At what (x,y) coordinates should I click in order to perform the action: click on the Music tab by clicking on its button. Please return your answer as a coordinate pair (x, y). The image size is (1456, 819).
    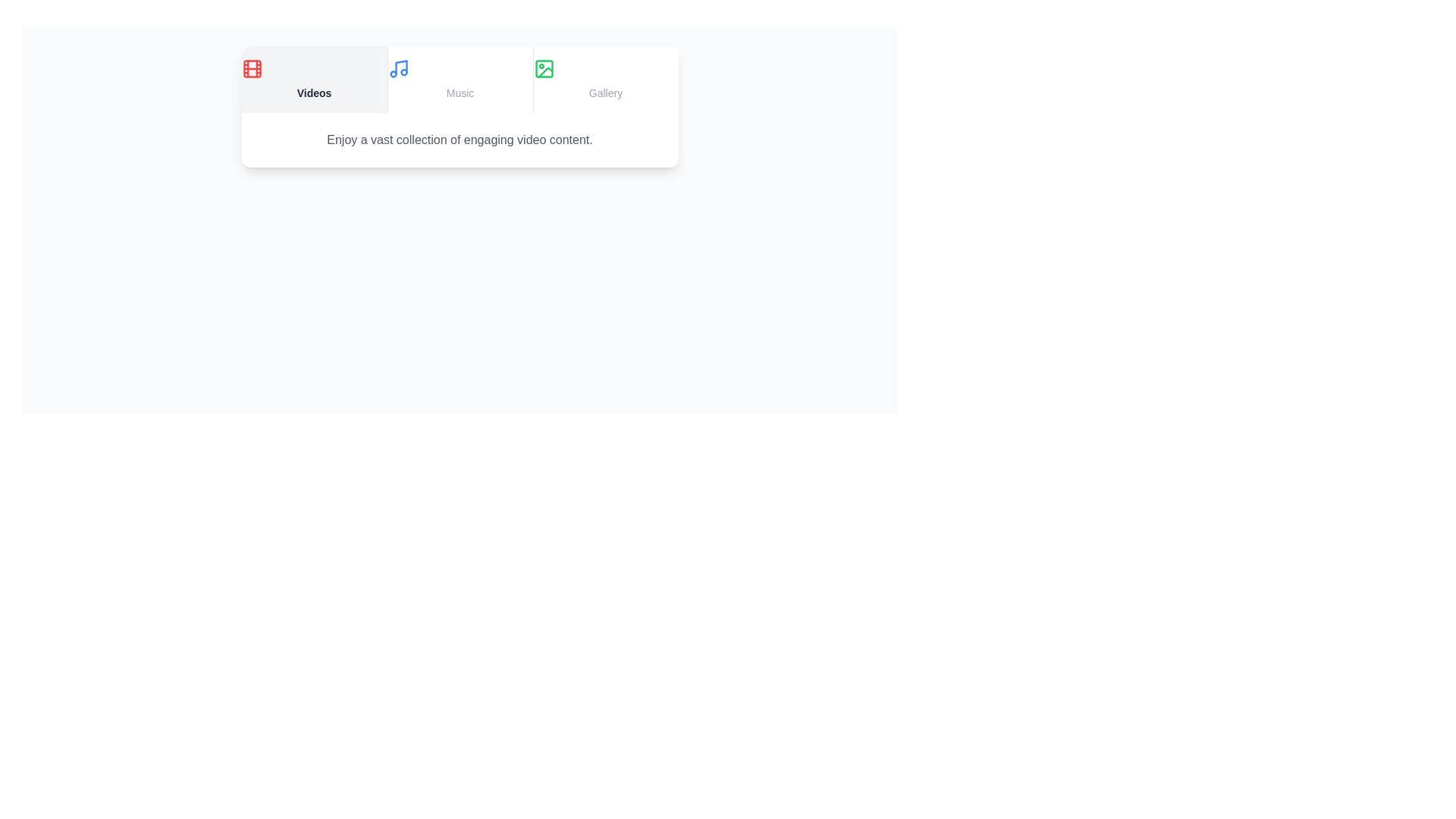
    Looking at the image, I should click on (459, 79).